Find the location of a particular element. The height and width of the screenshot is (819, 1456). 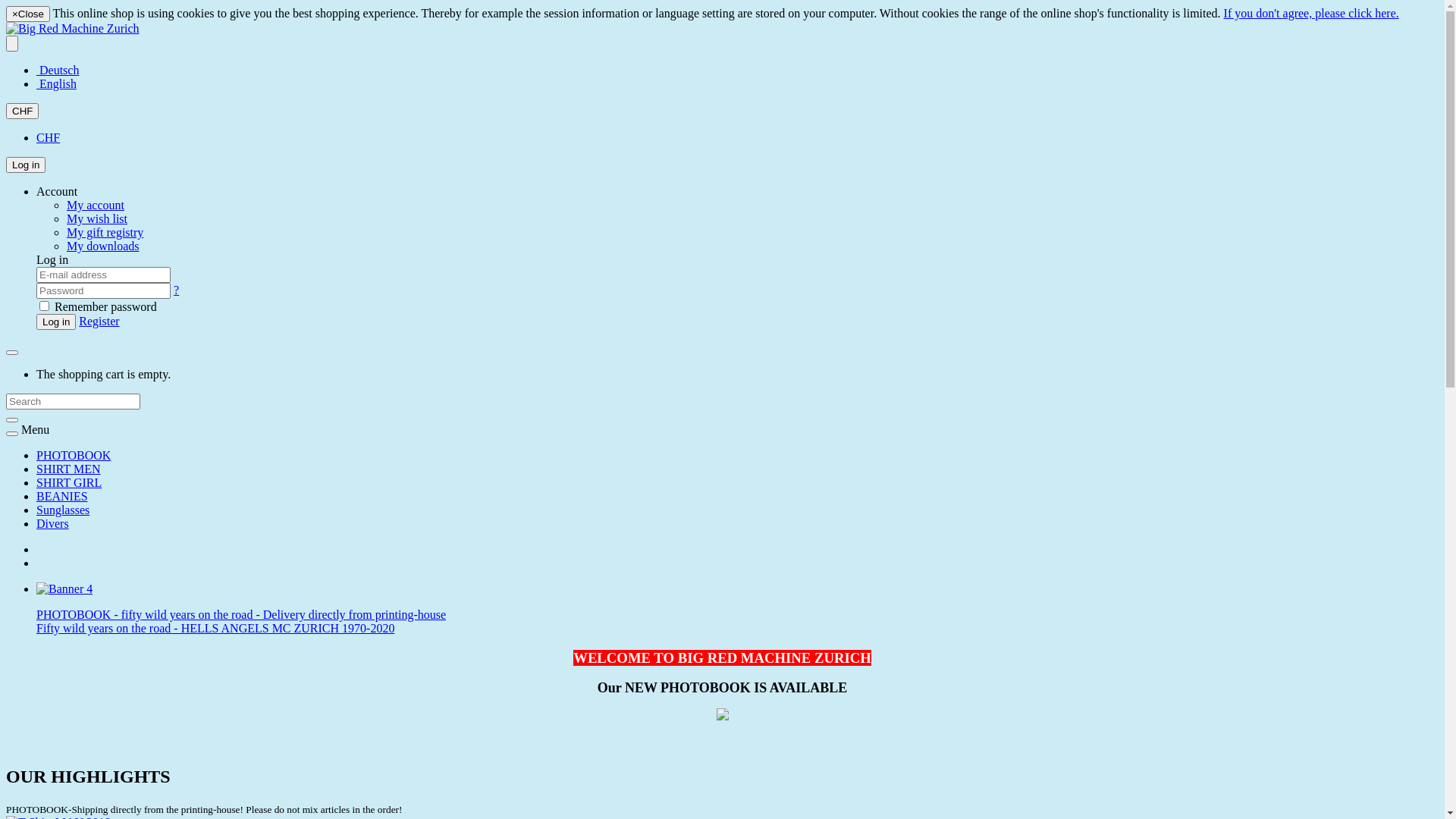

'Log in' is located at coordinates (55, 321).